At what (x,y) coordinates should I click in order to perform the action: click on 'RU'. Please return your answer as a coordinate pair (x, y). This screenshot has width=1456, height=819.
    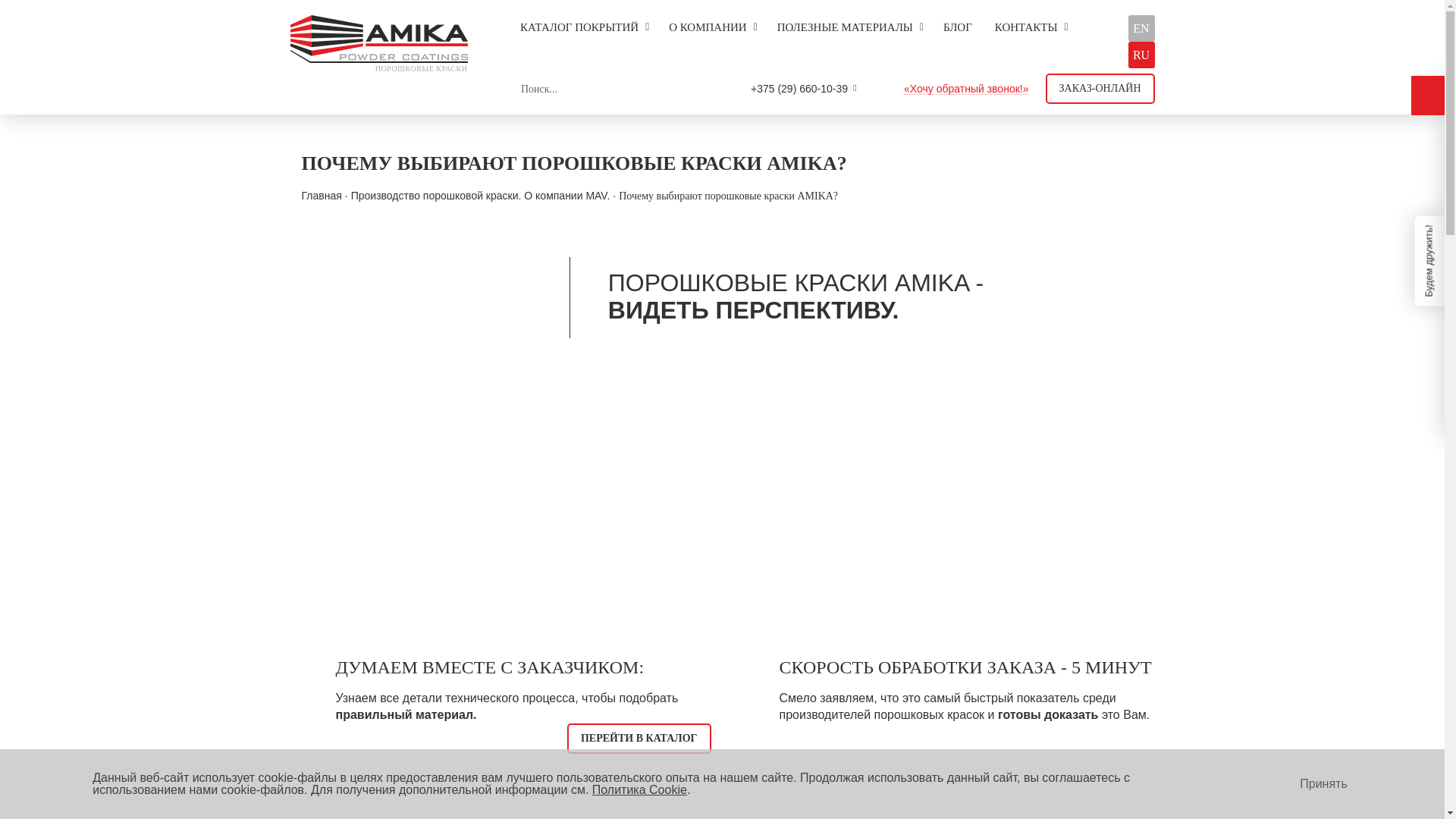
    Looking at the image, I should click on (1141, 54).